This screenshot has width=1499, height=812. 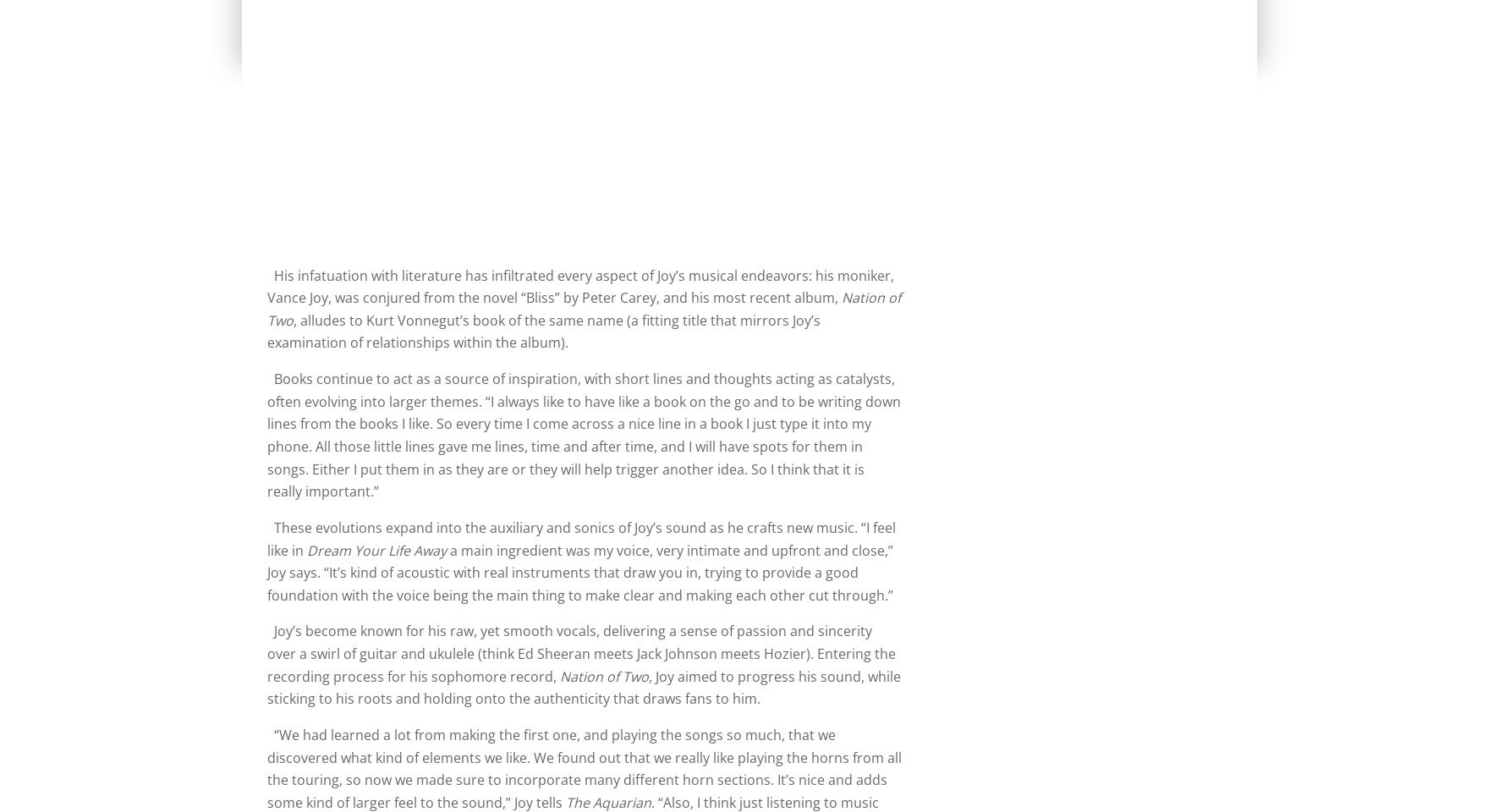 I want to click on 'a main ingredient was my voice, very intimate and upfront and close,” Joy says. “It’s kind of acoustic with real instruments that draw you in, trying to provide a good foundation with the voice being the main thing to make clear and making each other cut through.”', so click(x=266, y=572).